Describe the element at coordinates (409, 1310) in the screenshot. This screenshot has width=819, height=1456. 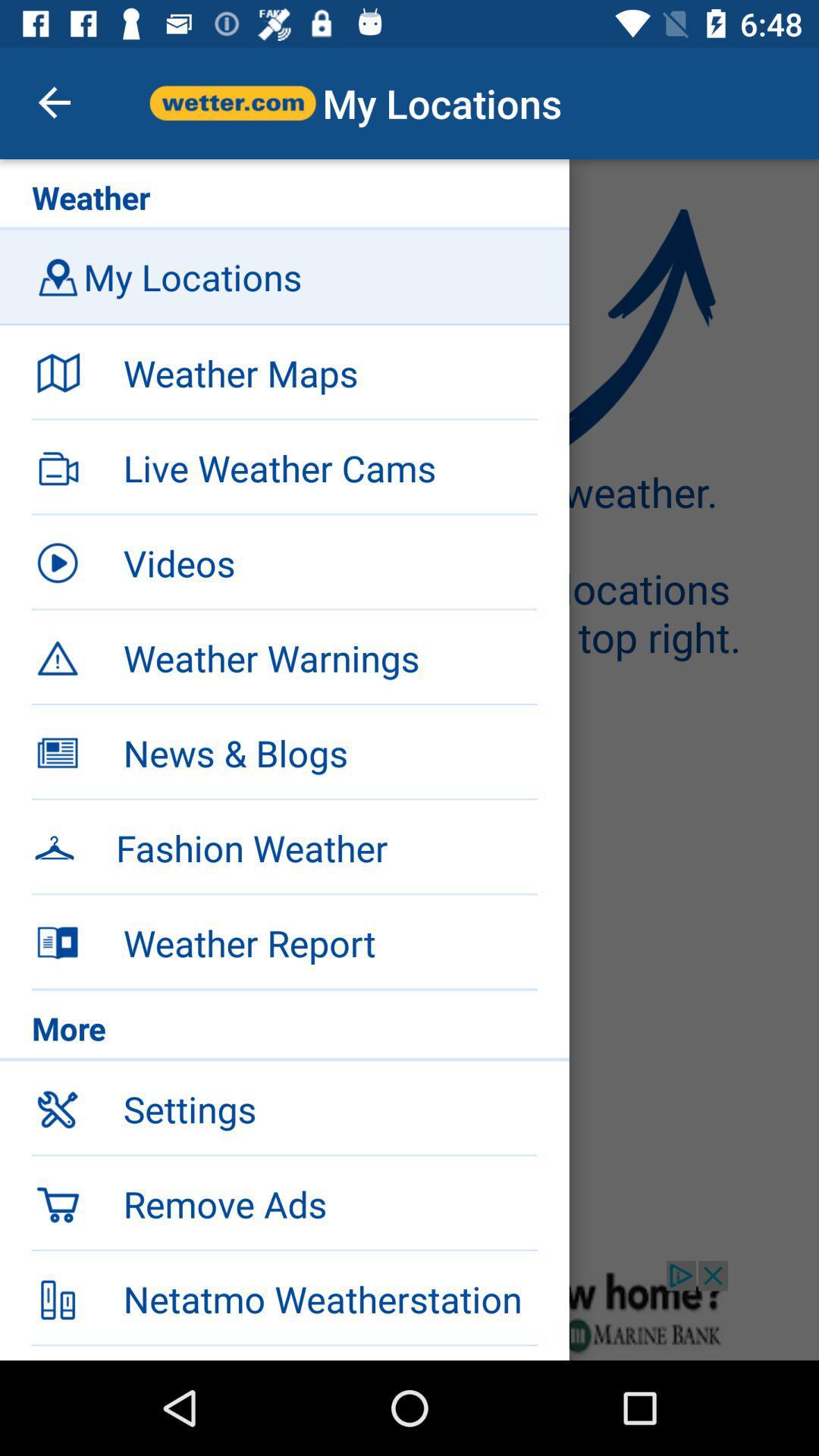
I see `change netatmo weatherstation settings` at that location.